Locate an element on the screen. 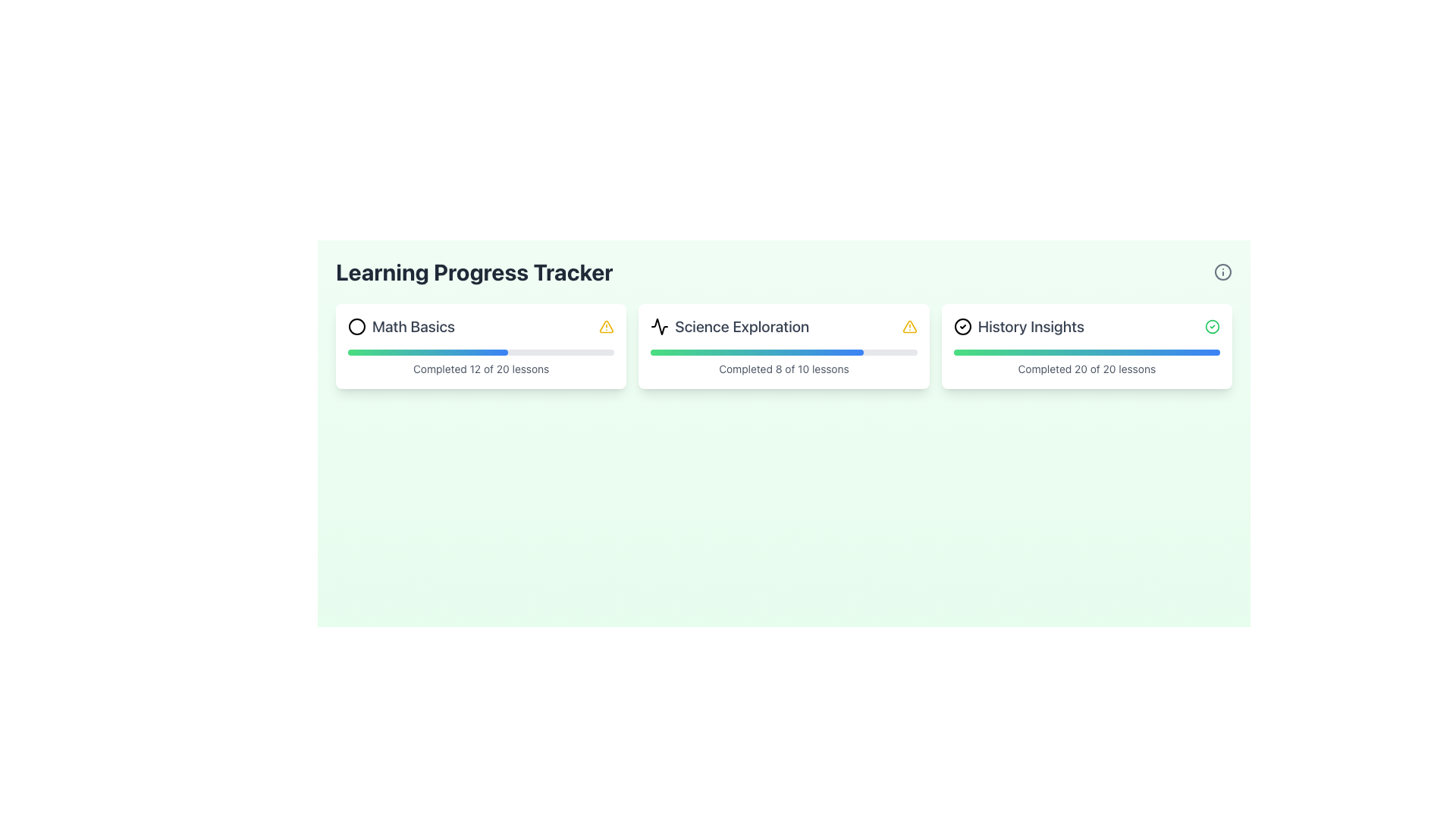 This screenshot has width=1456, height=819. the waveform icon located to the left of the 'Science Exploration' title in the card header is located at coordinates (660, 326).